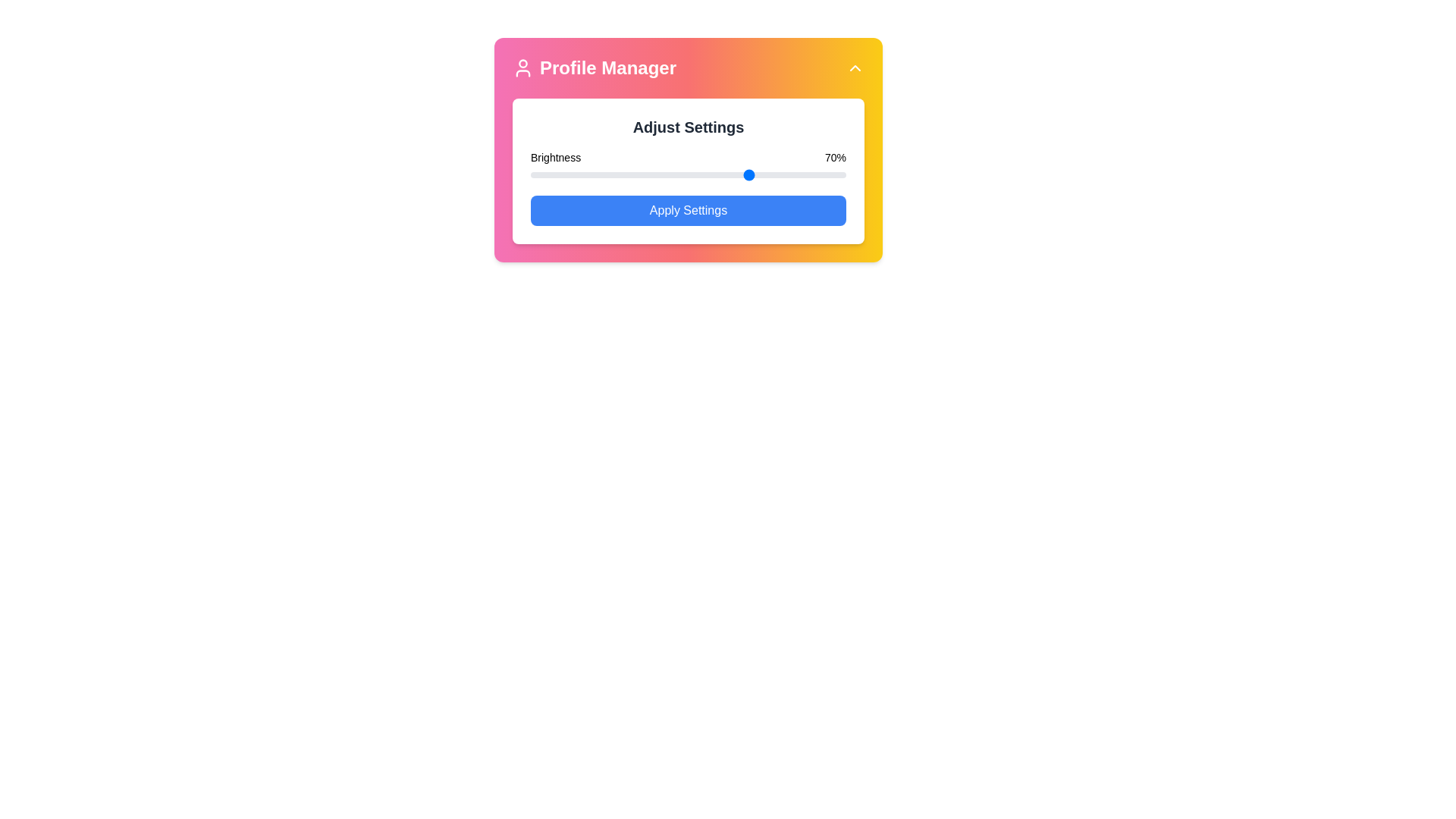  I want to click on brightness, so click(605, 174).